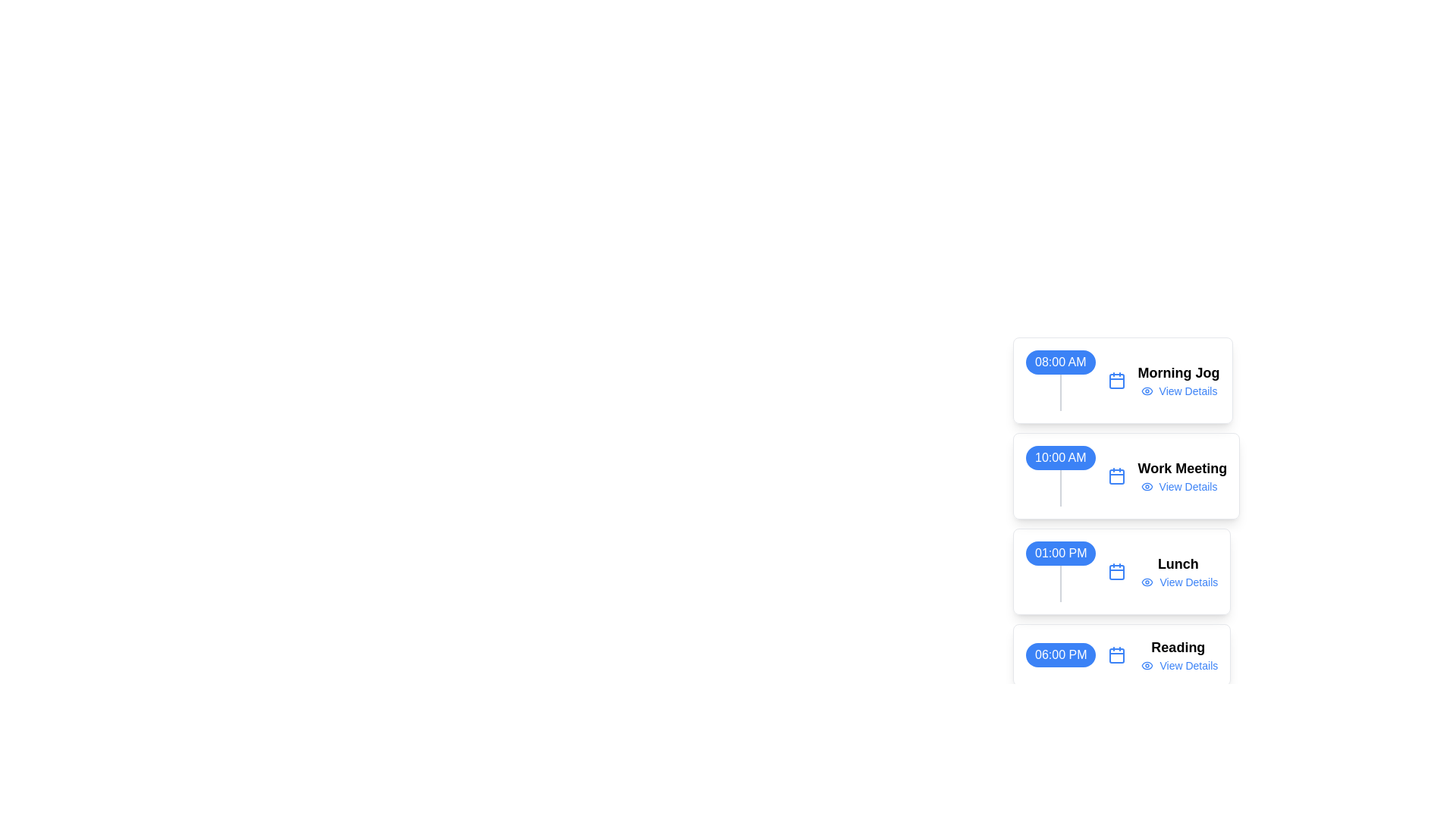 This screenshot has width=1456, height=819. Describe the element at coordinates (1059, 475) in the screenshot. I see `the time slot label positioned between '08:00 AM' and '01:00 PM'` at that location.